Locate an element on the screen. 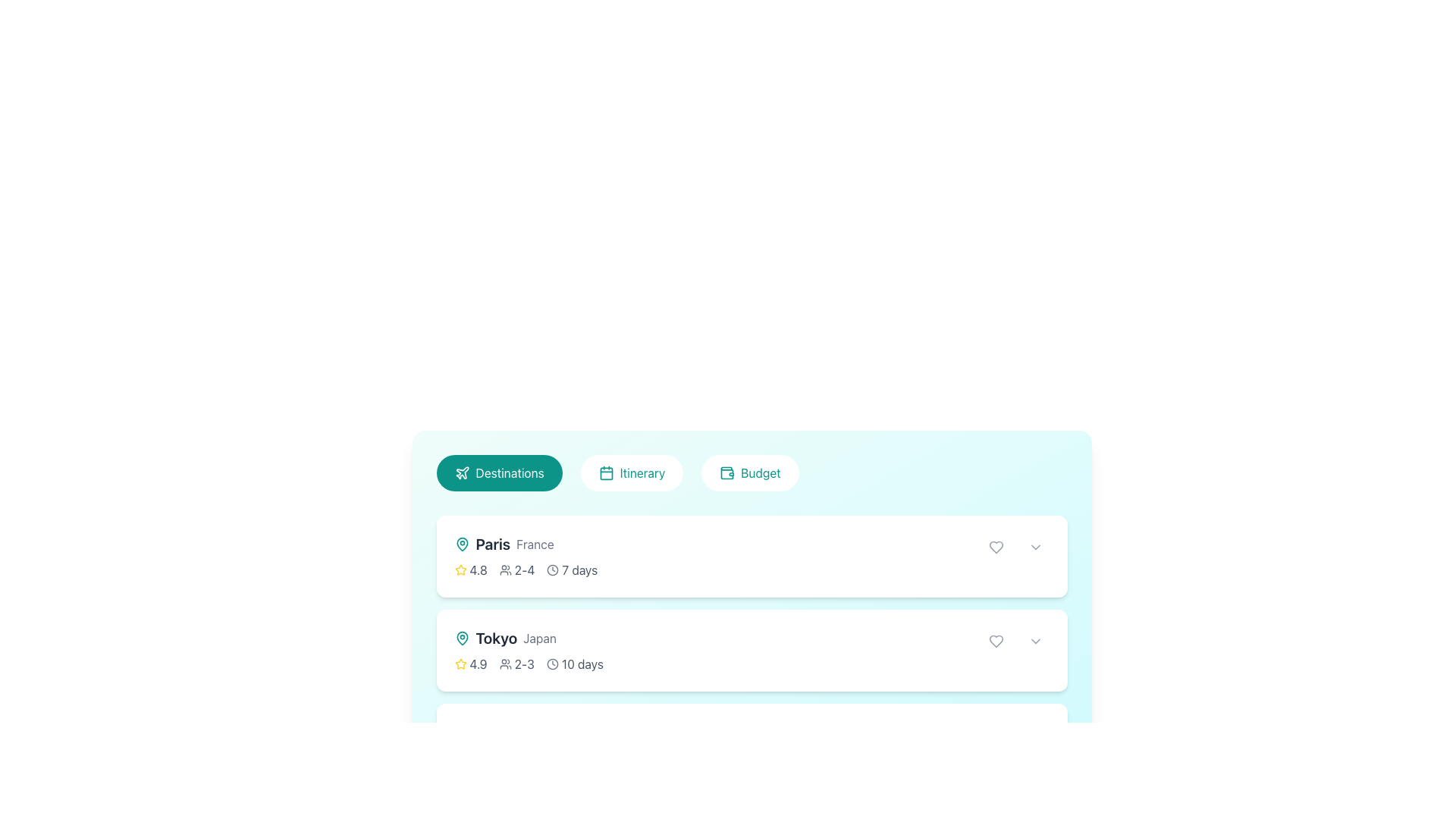 The width and height of the screenshot is (1456, 819). the Informational Display Block for Tokyo, Japan is located at coordinates (529, 649).